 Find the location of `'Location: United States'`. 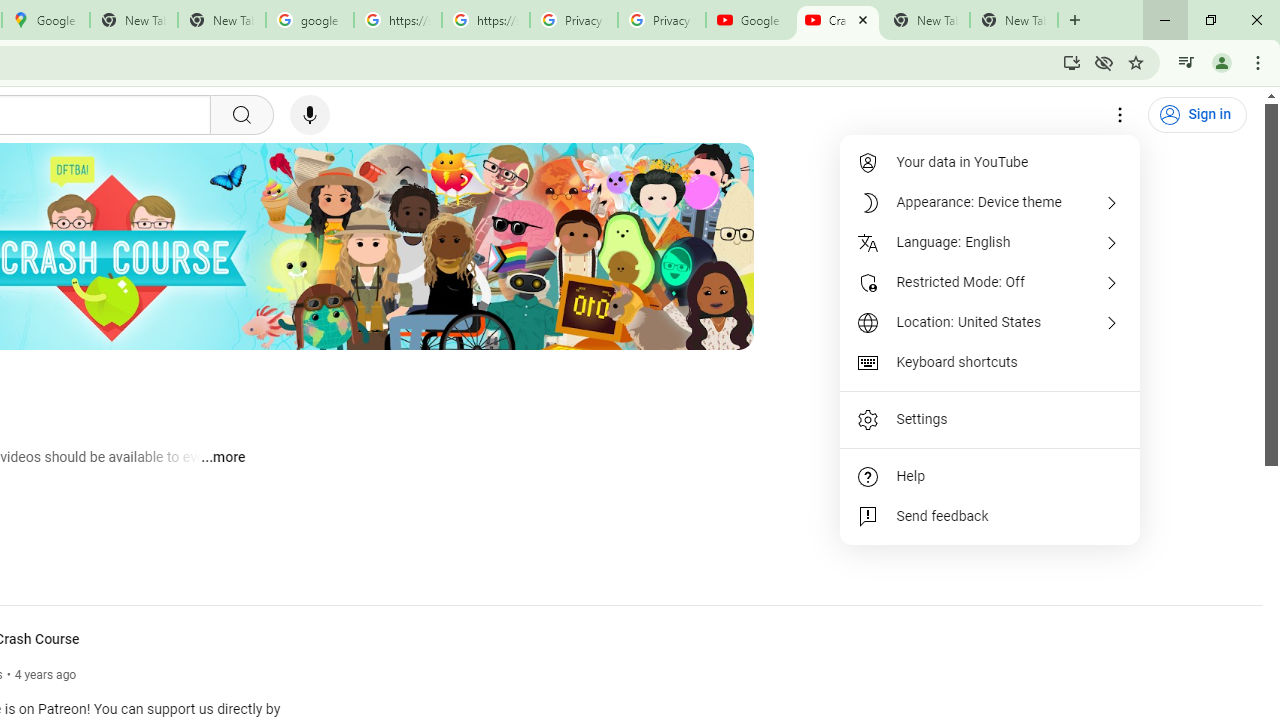

'Location: United States' is located at coordinates (990, 321).